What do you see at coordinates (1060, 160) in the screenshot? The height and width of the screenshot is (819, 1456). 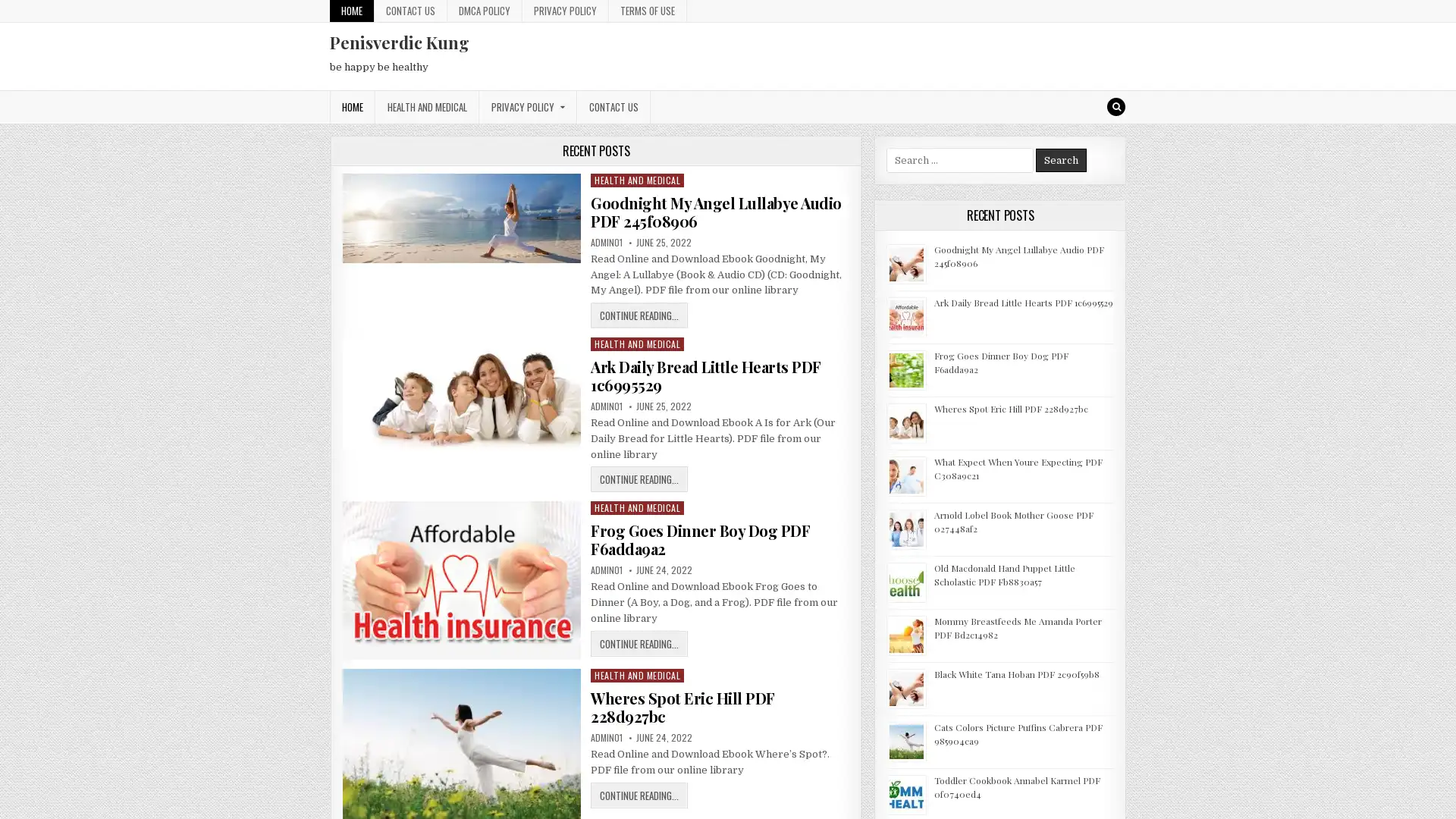 I see `Search` at bounding box center [1060, 160].